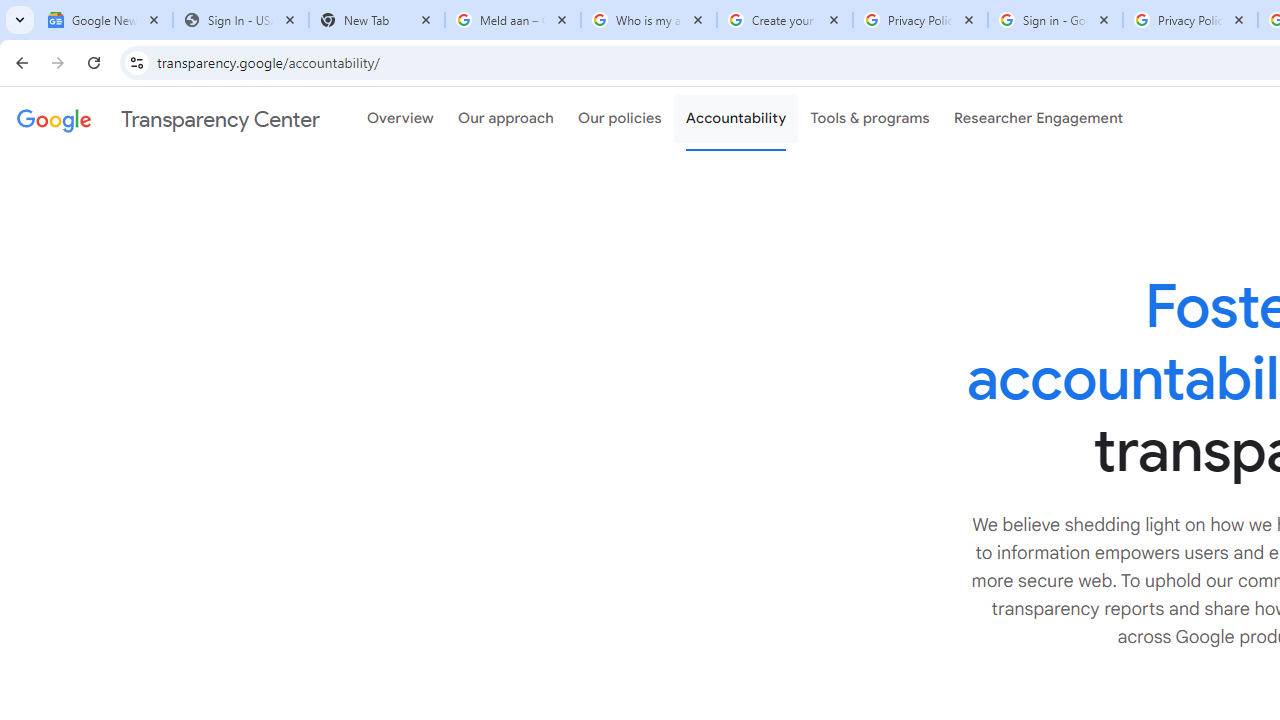 The width and height of the screenshot is (1280, 720). I want to click on 'Accountability', so click(735, 119).